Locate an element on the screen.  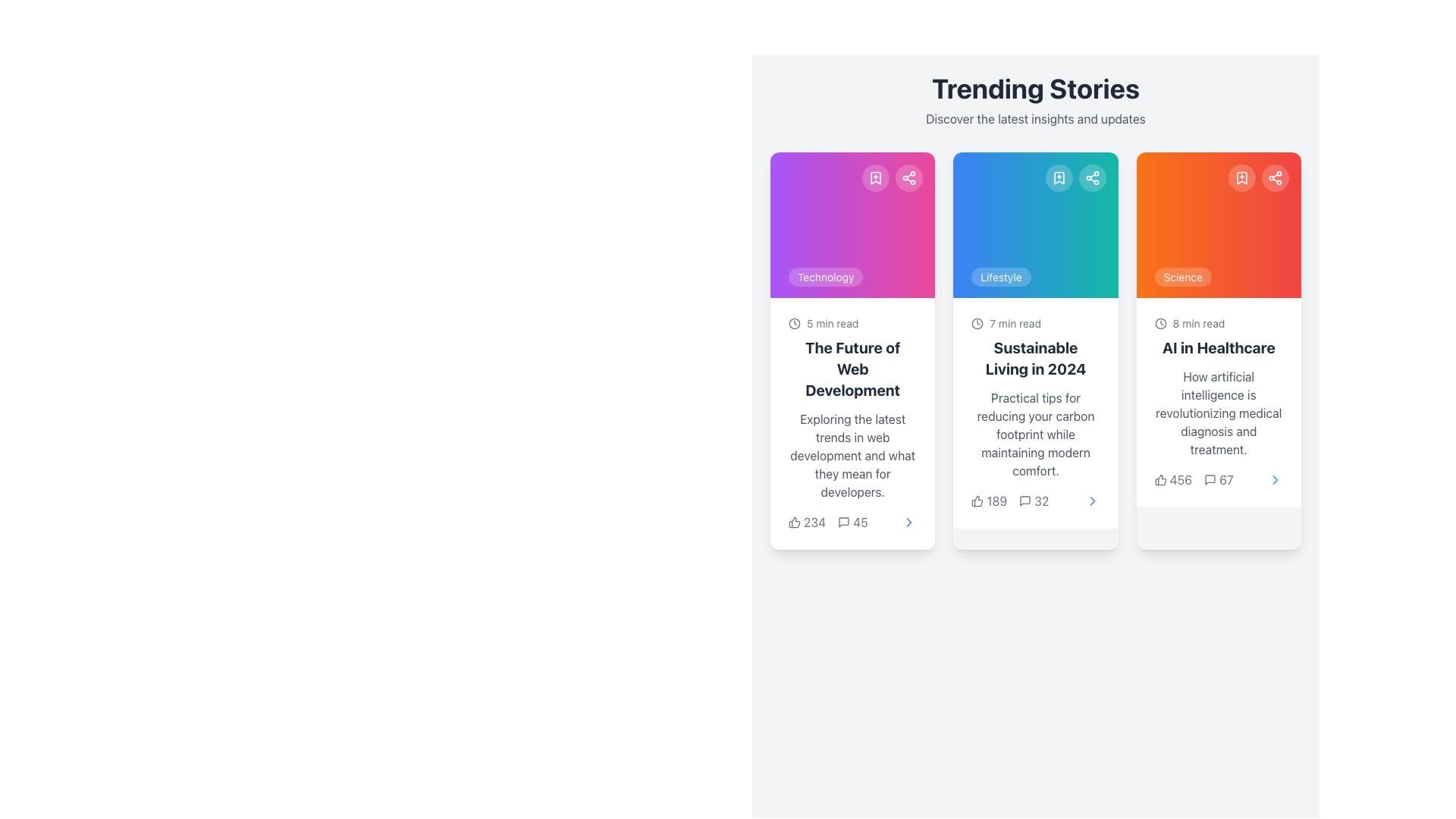
the circular button with a bookmark icon located in the top-right corner of the second card in the 'Trending Stories' section is located at coordinates (1058, 177).